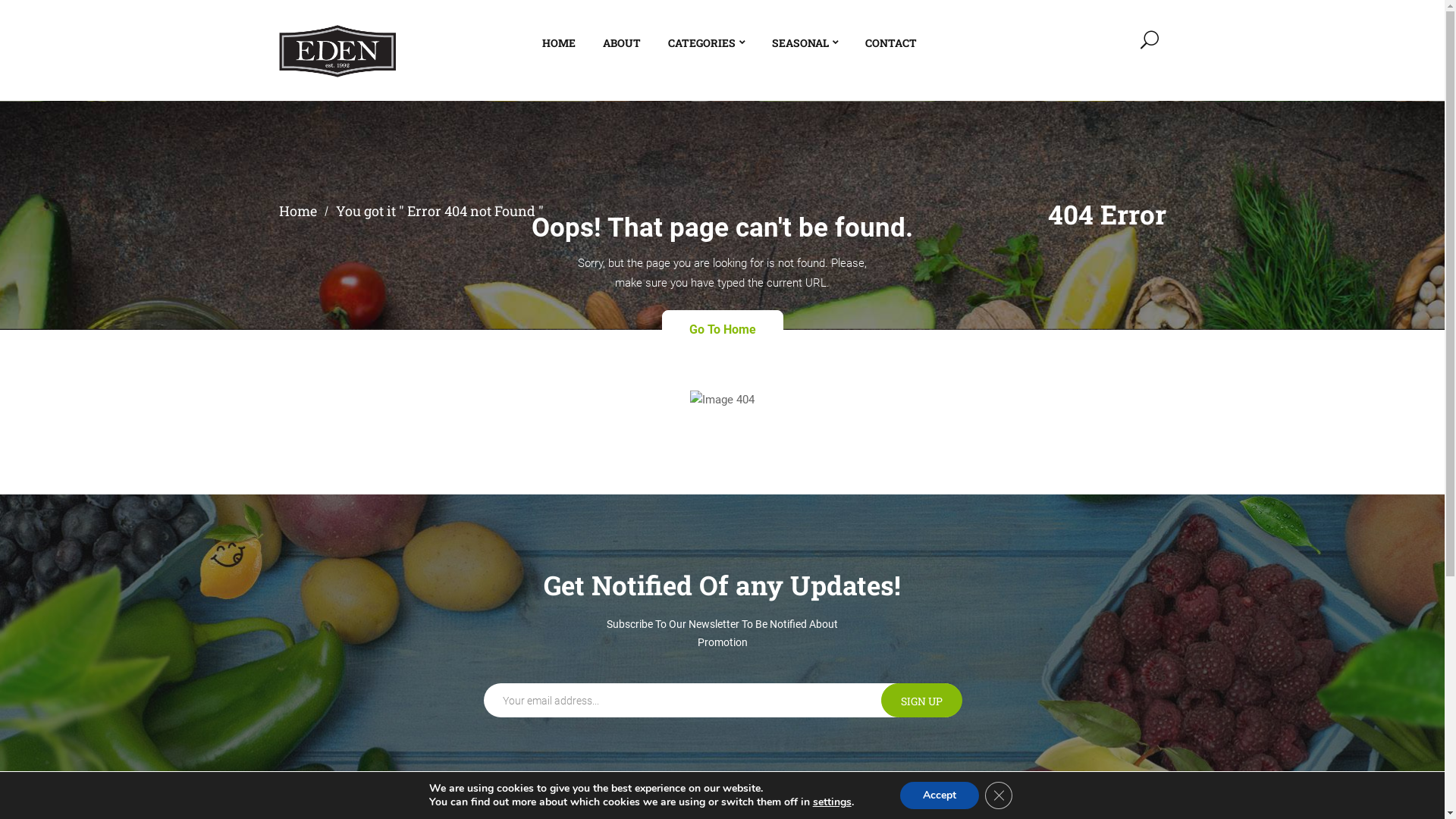 The image size is (1456, 819). What do you see at coordinates (704, 42) in the screenshot?
I see `'CATEGORIES'` at bounding box center [704, 42].